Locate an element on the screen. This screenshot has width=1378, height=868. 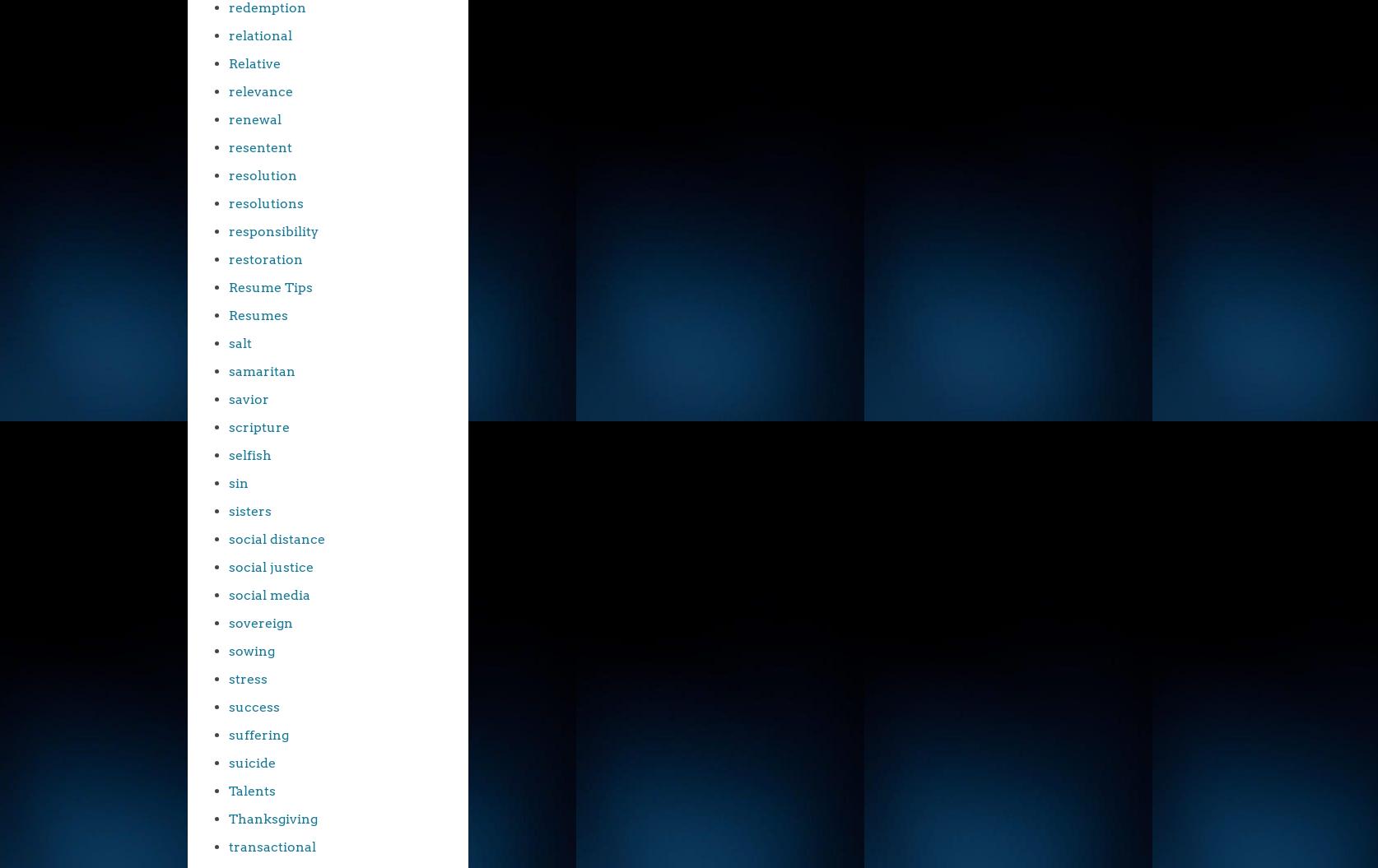
'restoration' is located at coordinates (266, 258).